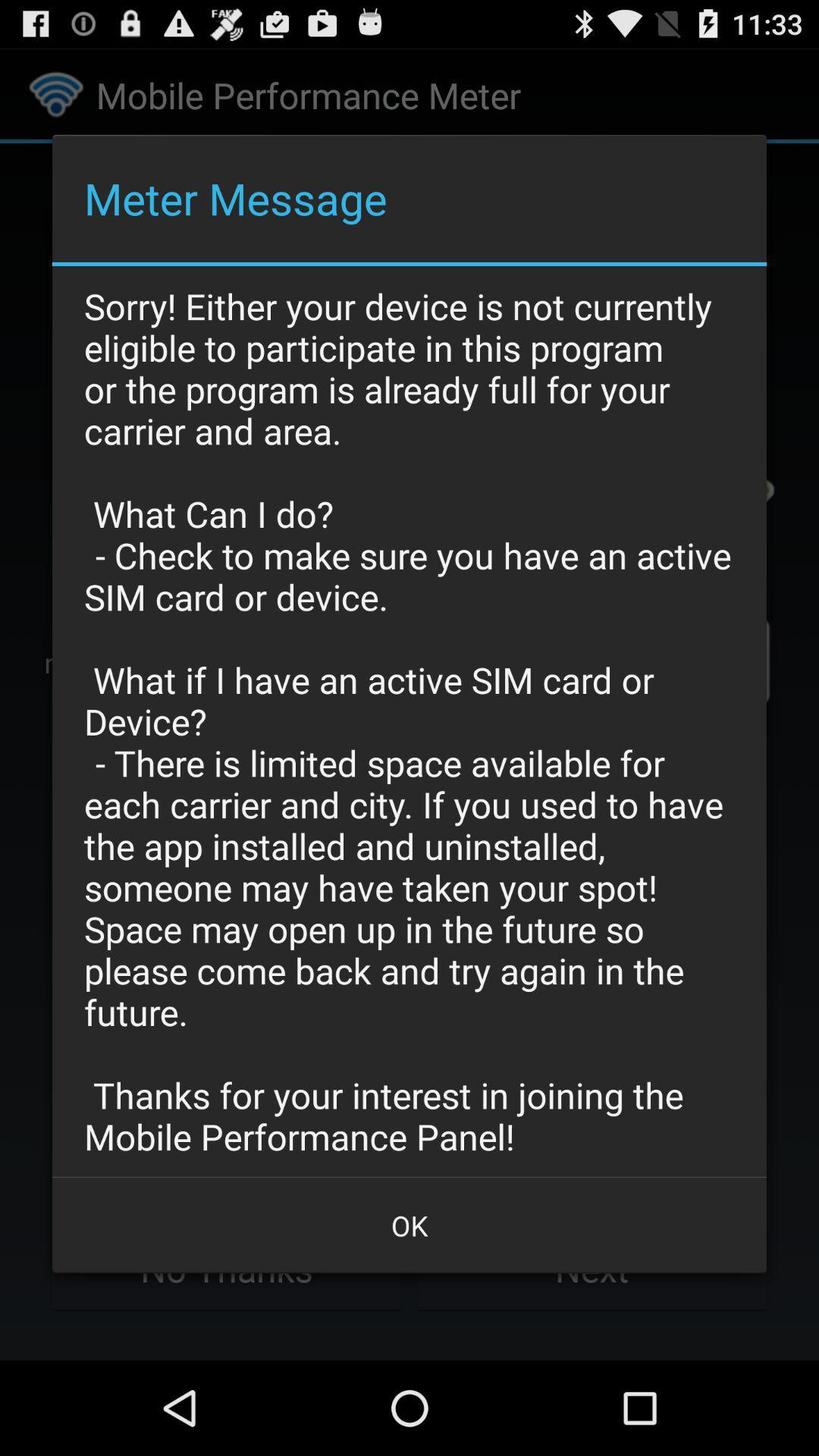 The height and width of the screenshot is (1456, 819). Describe the element at coordinates (409, 1225) in the screenshot. I see `ok button` at that location.